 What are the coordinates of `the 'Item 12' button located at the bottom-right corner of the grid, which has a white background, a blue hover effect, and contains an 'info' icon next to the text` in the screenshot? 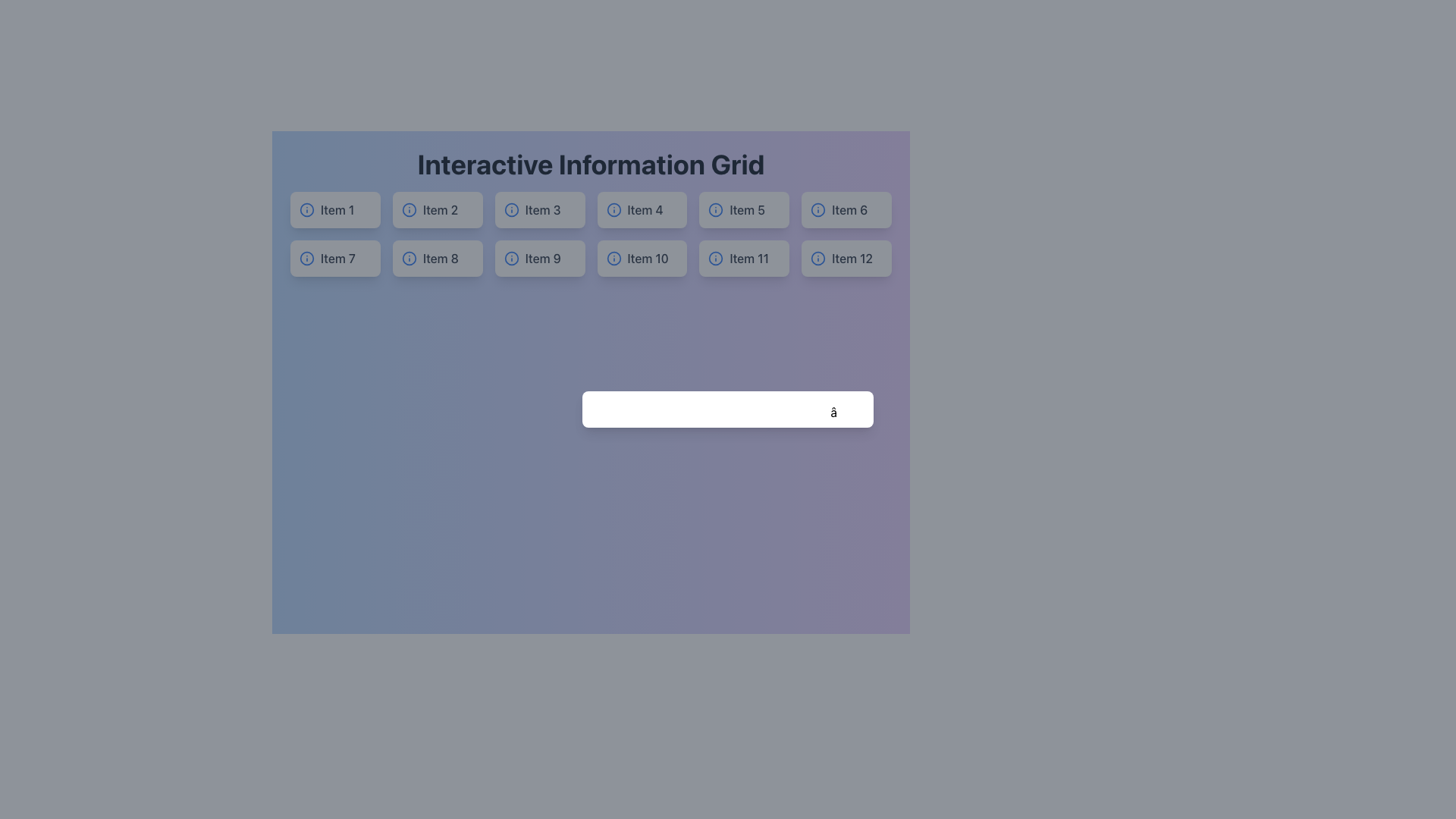 It's located at (846, 257).